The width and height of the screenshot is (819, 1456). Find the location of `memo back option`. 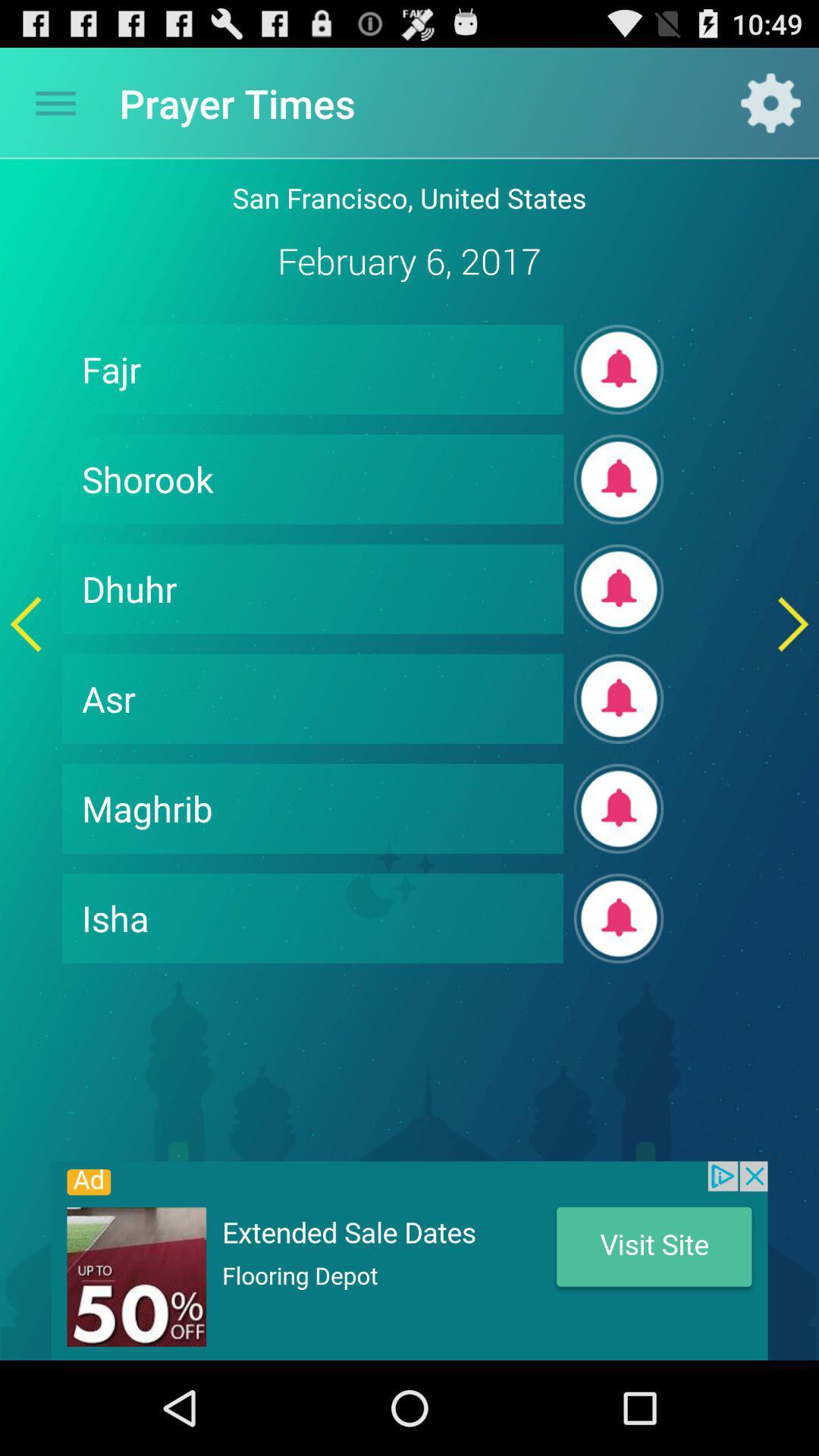

memo back option is located at coordinates (26, 624).